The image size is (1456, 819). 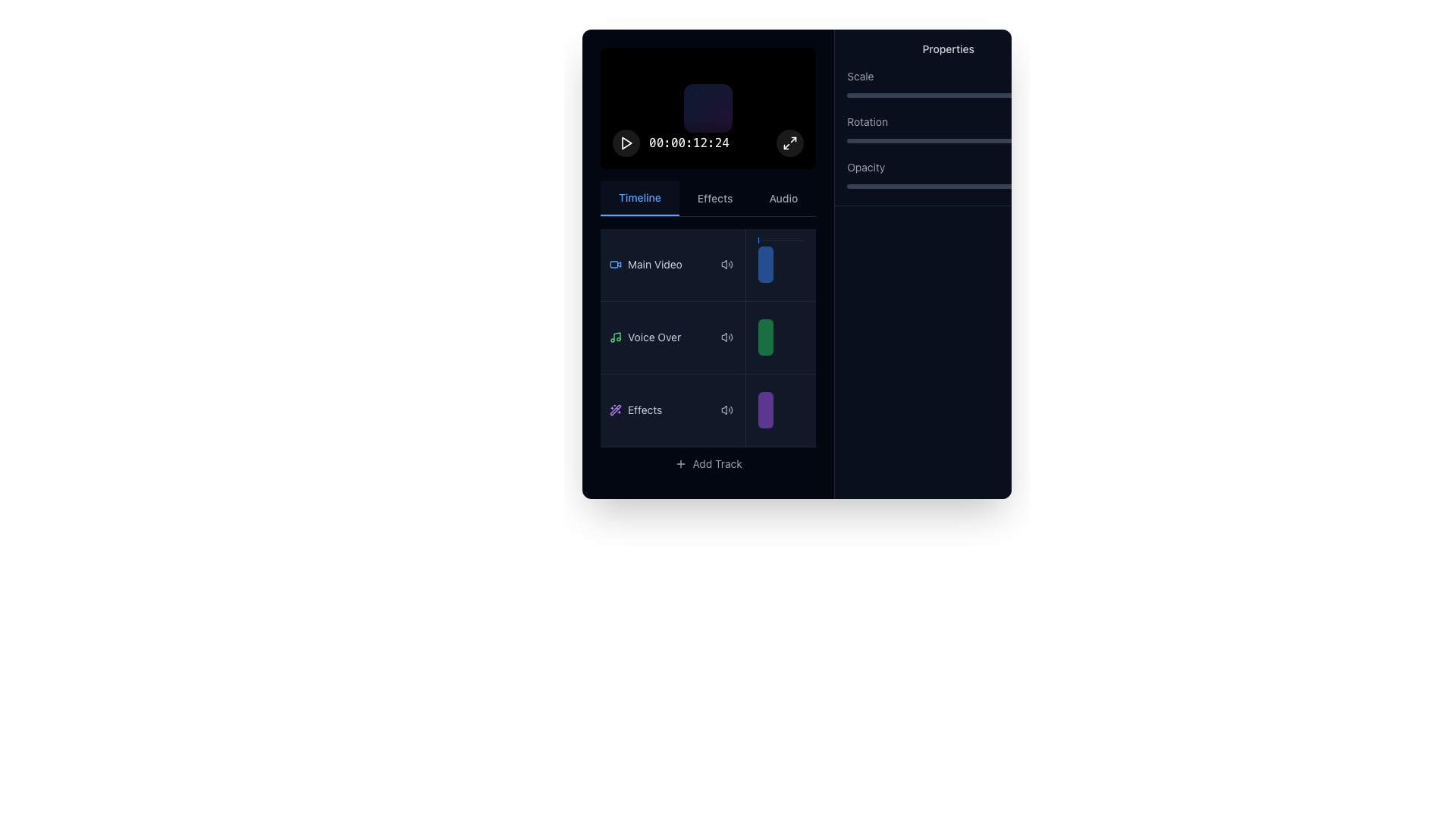 I want to click on the 'Add New Track' button located at the bottom of the 'Timeline' panel, below the 'Effects' section, so click(x=708, y=463).